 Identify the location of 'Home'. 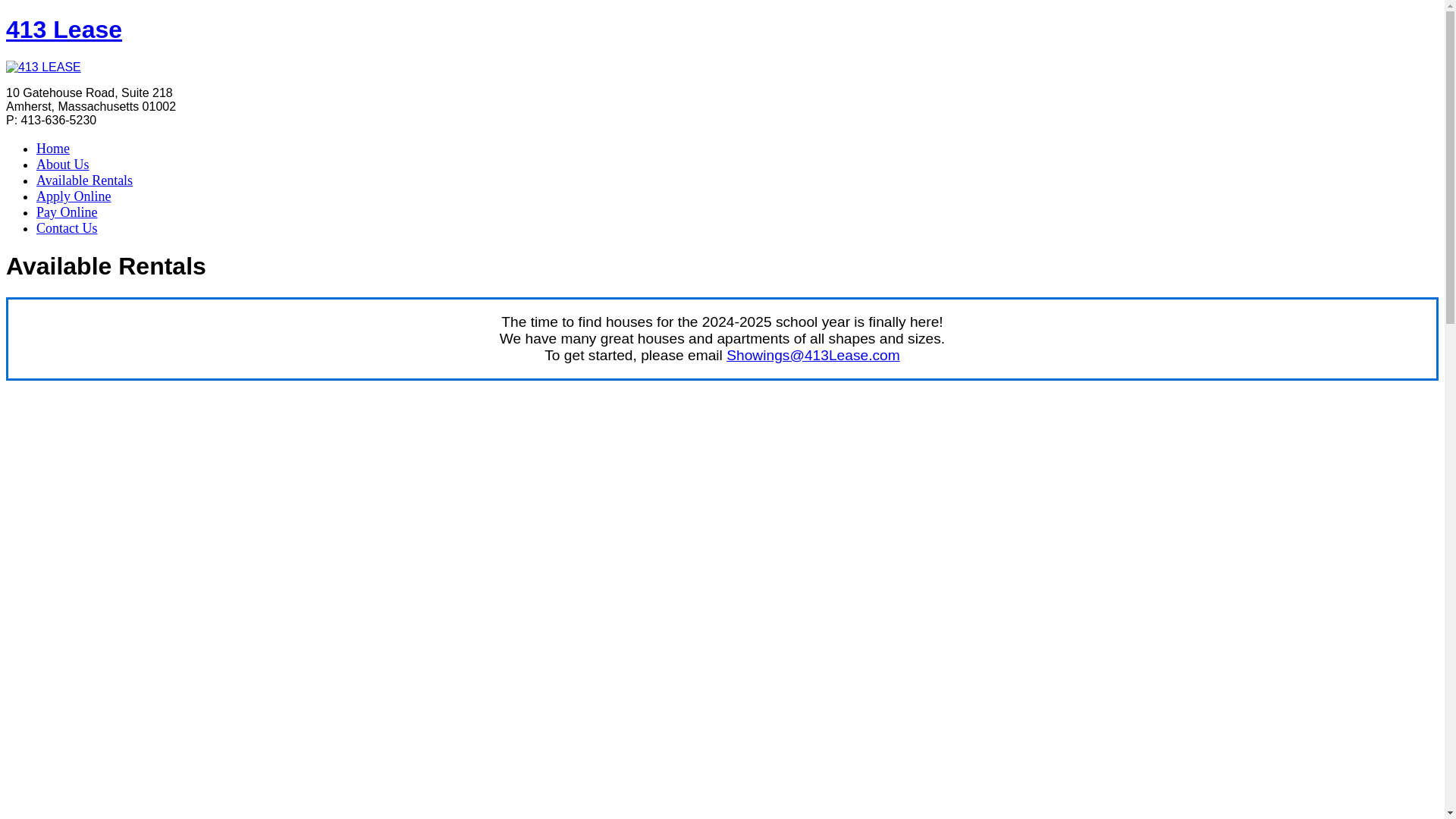
(53, 149).